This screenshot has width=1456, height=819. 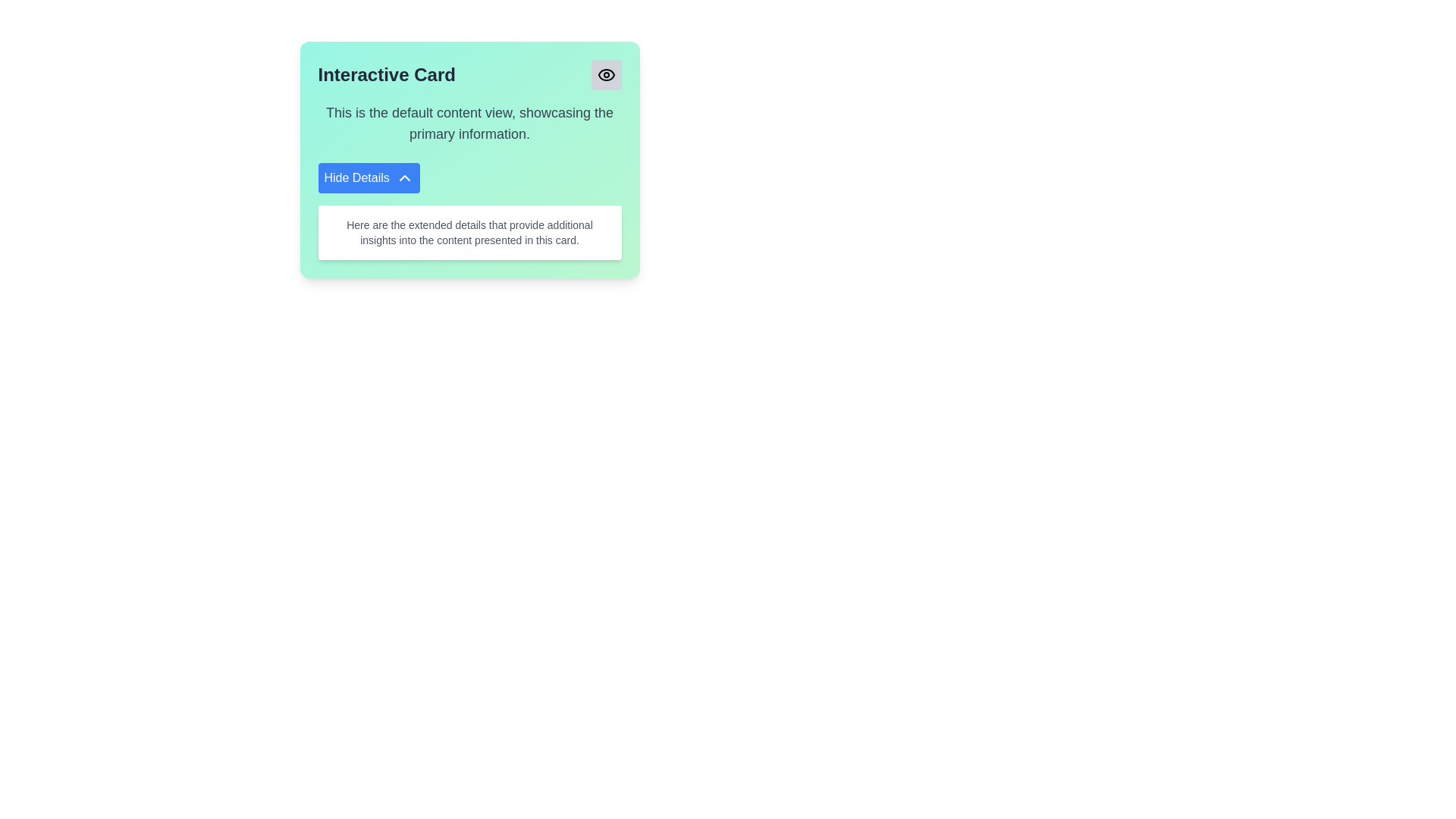 I want to click on the text block that is styled with a significant font size, colored in a neutral tone, and located below the title 'Interactive Card', so click(x=469, y=122).